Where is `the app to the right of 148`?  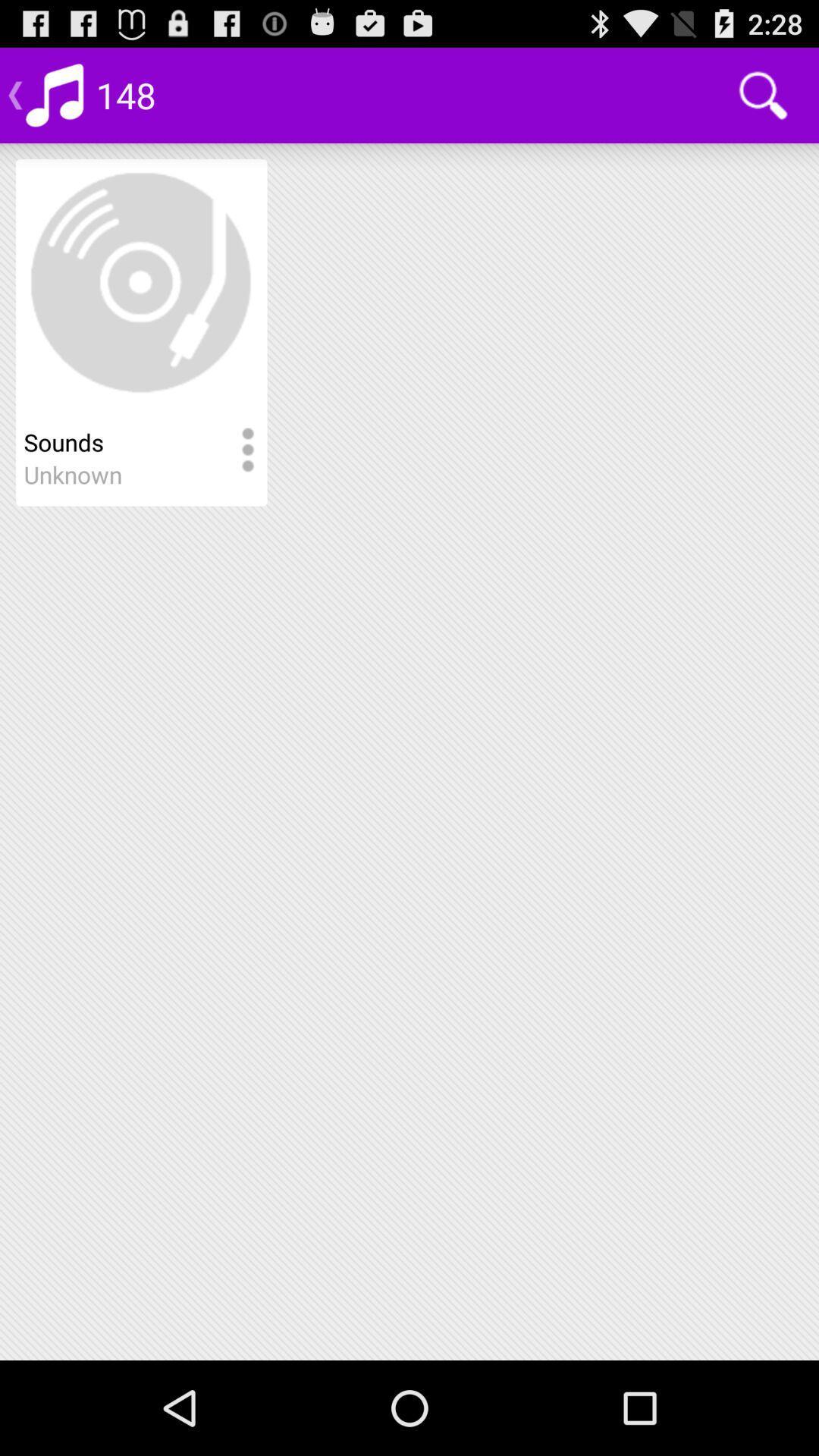
the app to the right of 148 is located at coordinates (763, 94).